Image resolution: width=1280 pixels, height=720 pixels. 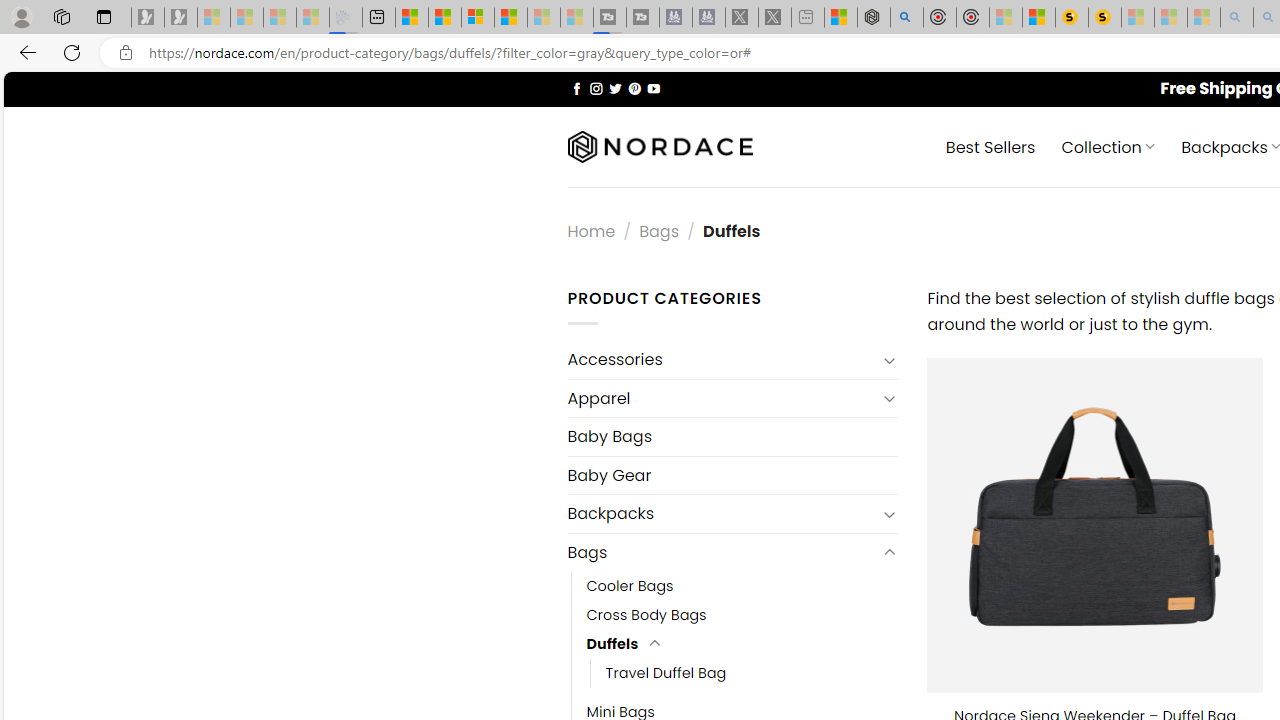 I want to click on ' Best Sellers', so click(x=990, y=145).